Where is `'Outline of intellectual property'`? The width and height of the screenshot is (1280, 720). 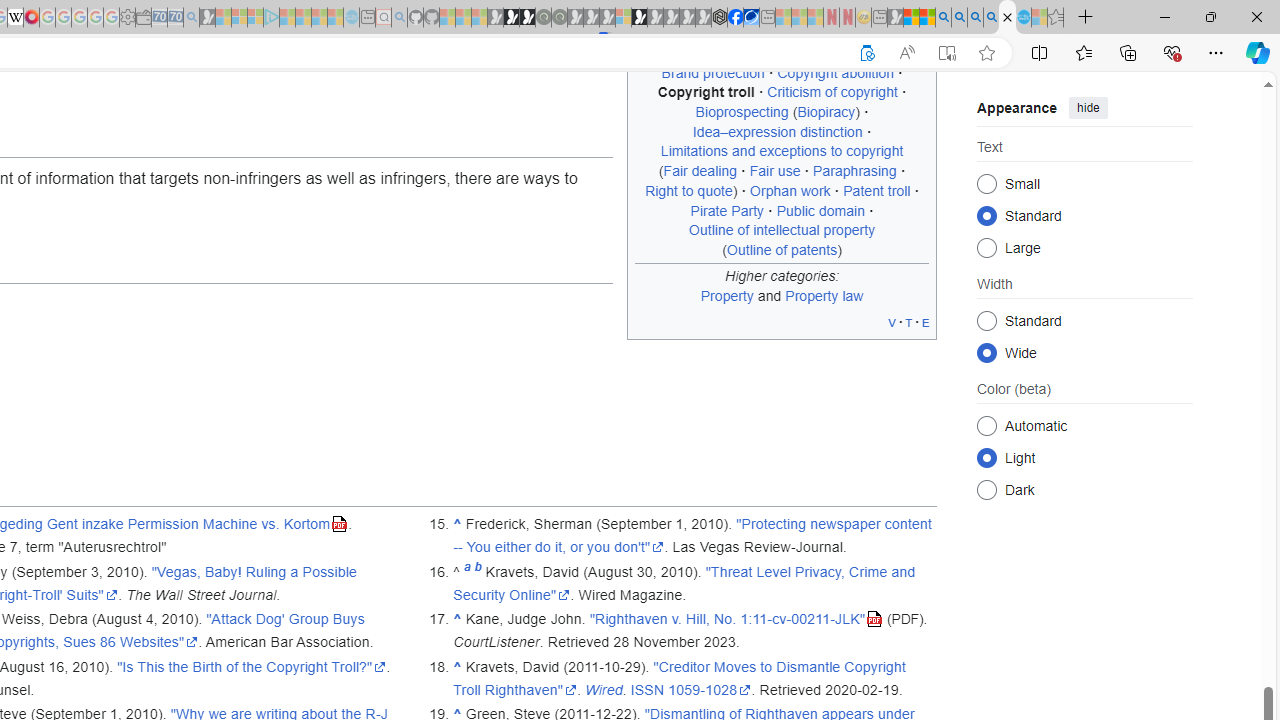
'Outline of intellectual property' is located at coordinates (781, 229).